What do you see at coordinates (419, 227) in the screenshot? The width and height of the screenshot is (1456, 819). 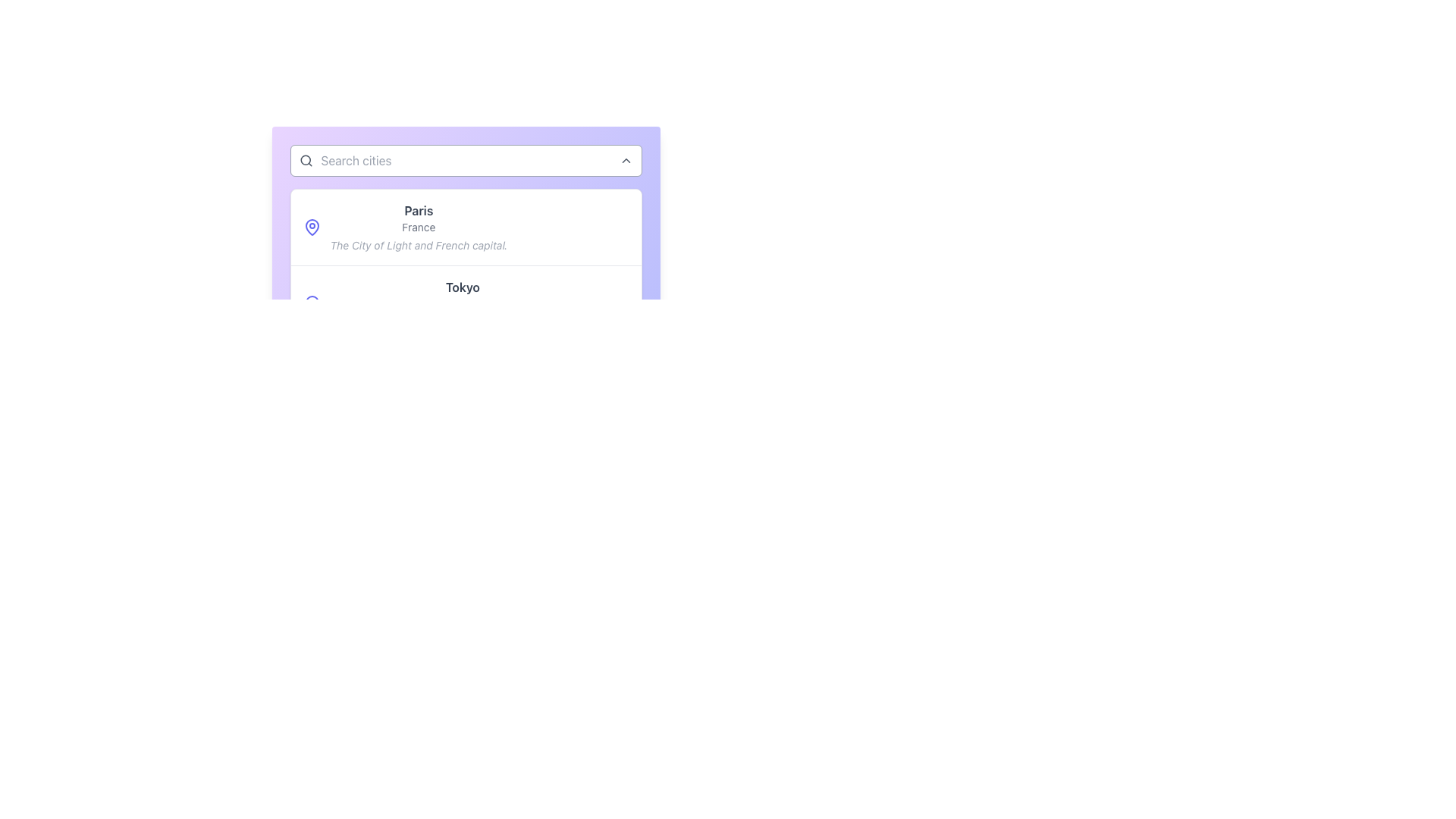 I see `the text label providing additional geographic information related to the city name 'Paris', which is located below 'Paris' and above 'The City of Light and French capital'` at bounding box center [419, 227].